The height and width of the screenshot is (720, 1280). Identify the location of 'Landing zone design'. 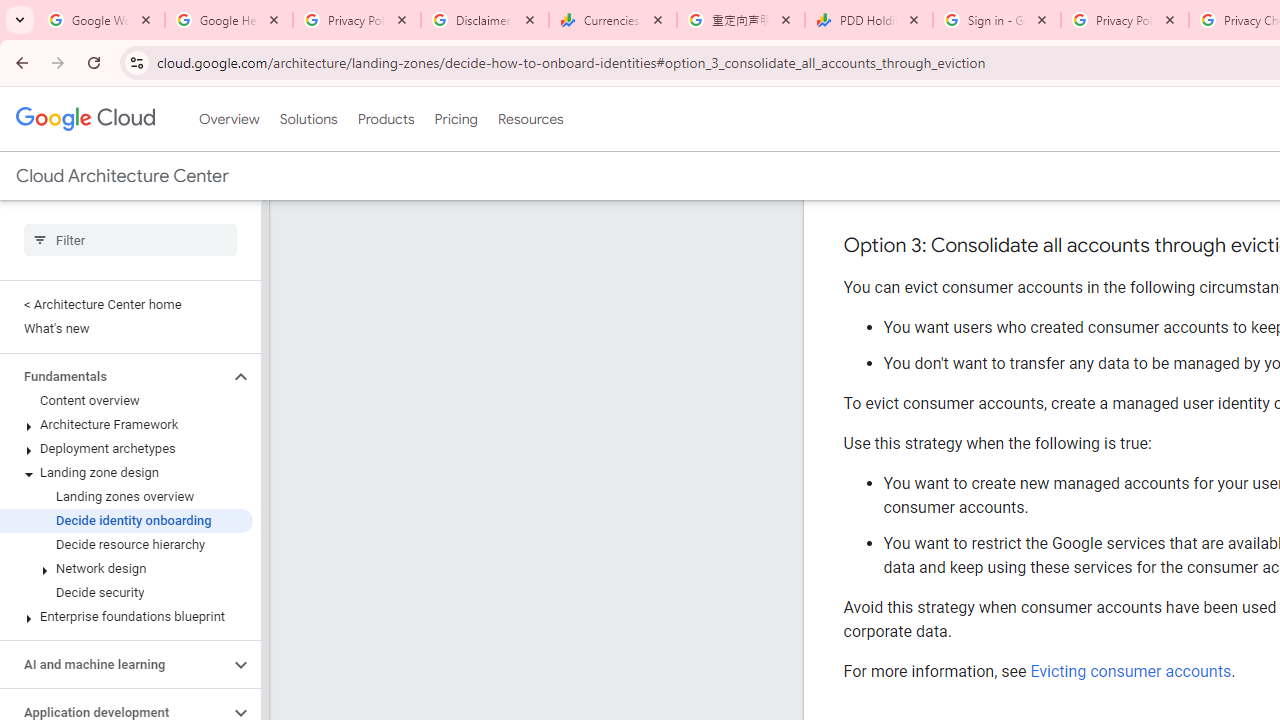
(125, 473).